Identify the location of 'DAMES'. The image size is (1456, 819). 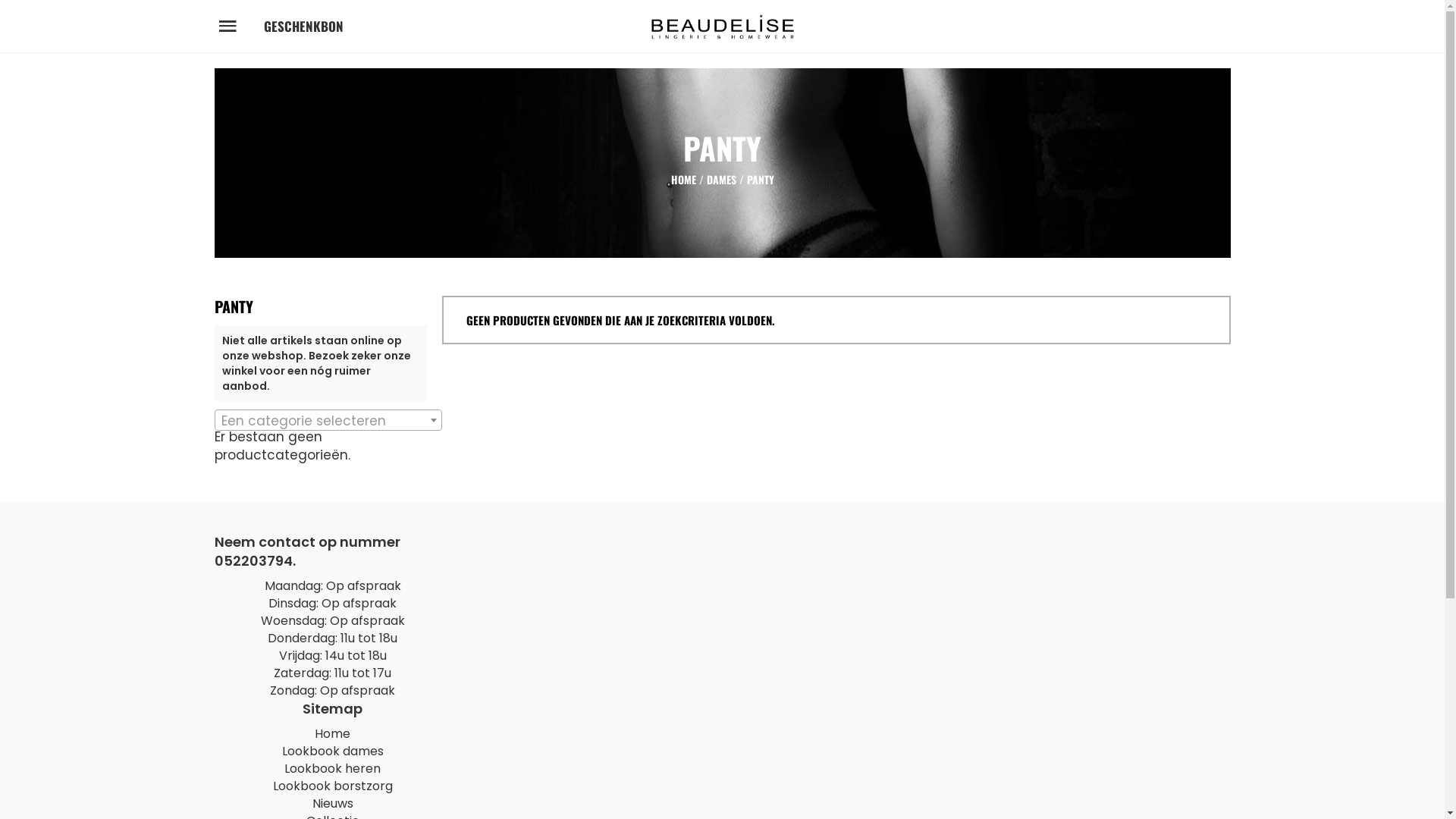
(705, 178).